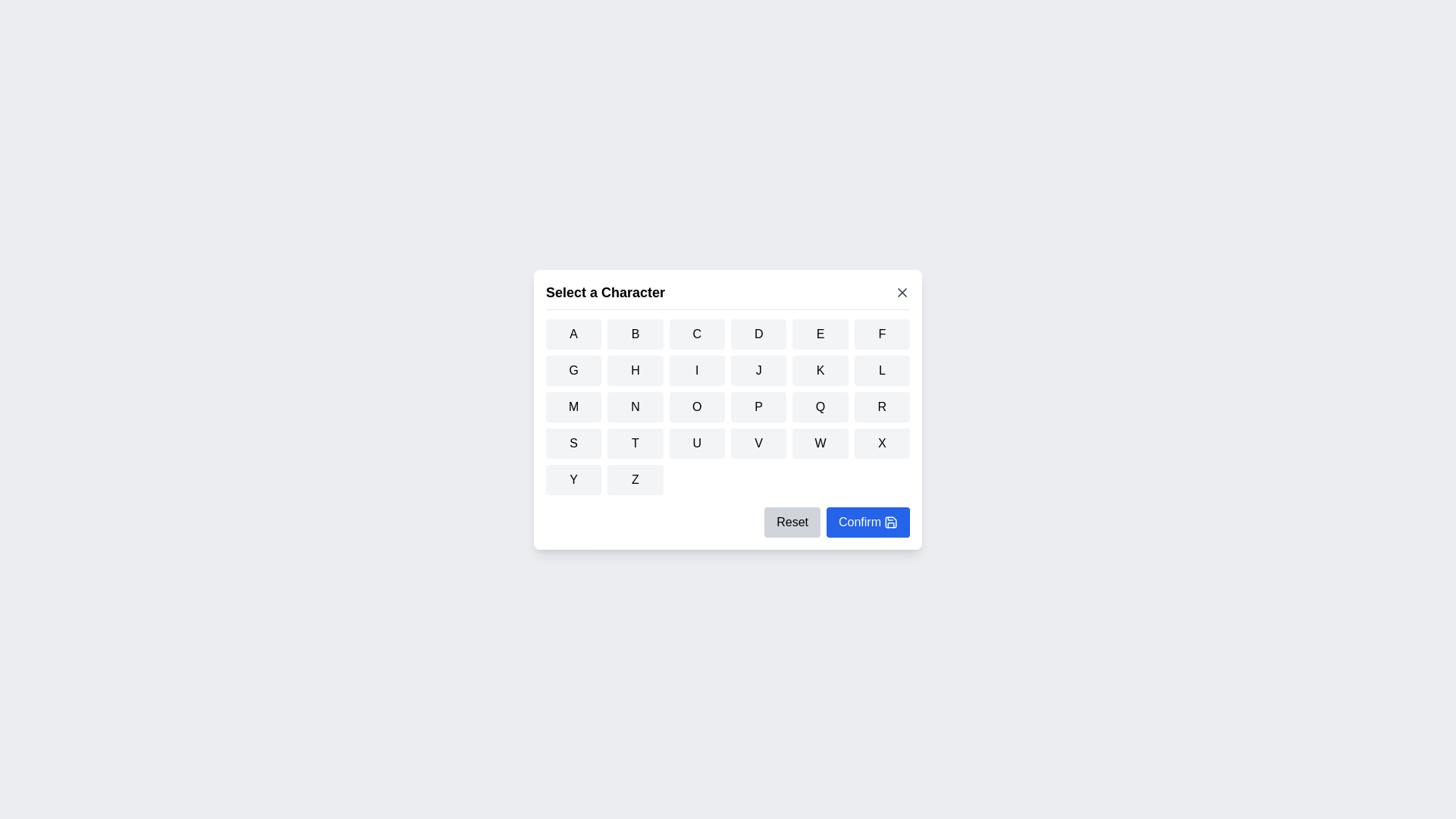 The height and width of the screenshot is (819, 1456). Describe the element at coordinates (572, 479) in the screenshot. I see `the button corresponding to the character Y to select it` at that location.